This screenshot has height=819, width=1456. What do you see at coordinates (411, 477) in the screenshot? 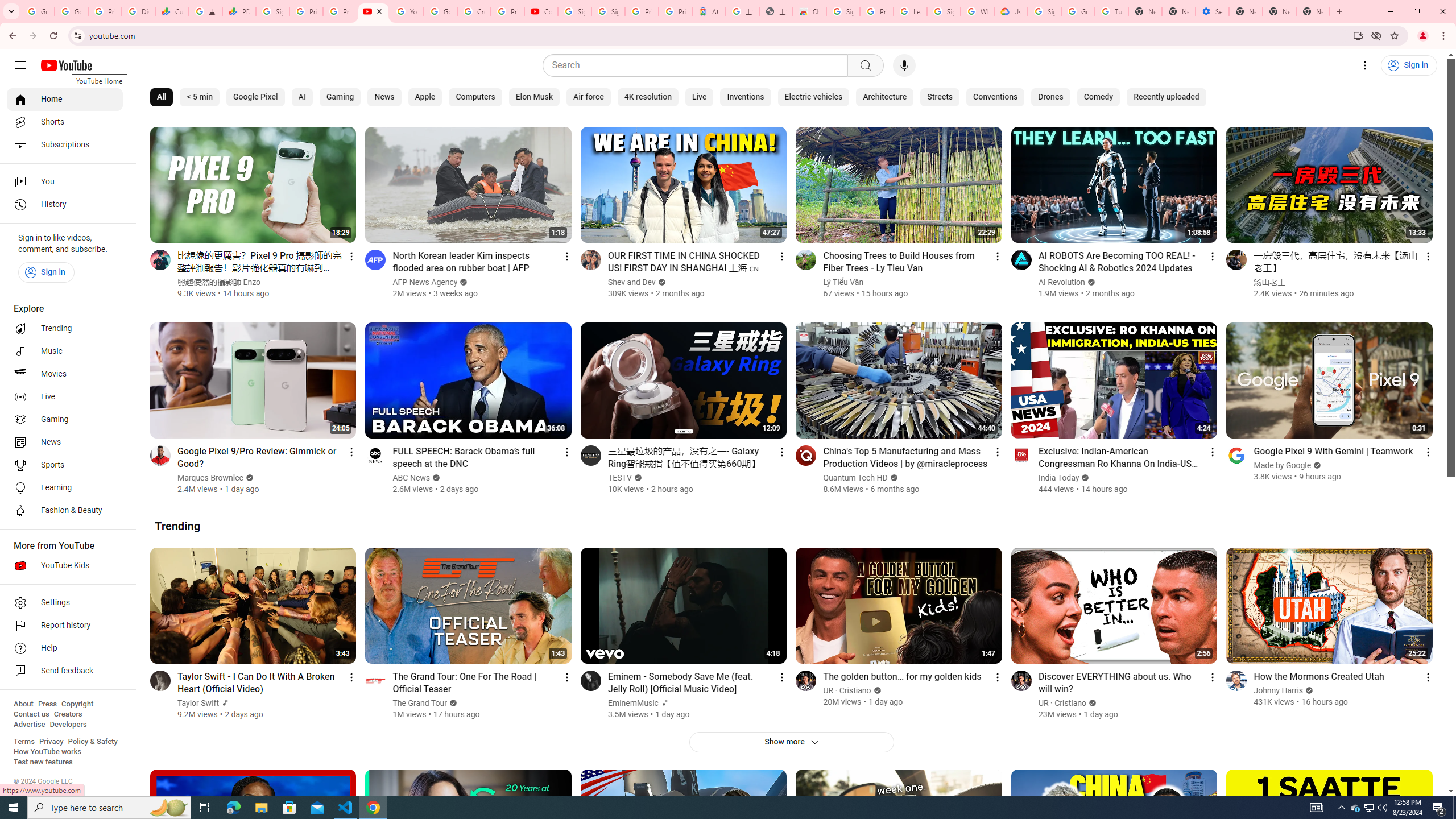
I see `'ABC News'` at bounding box center [411, 477].